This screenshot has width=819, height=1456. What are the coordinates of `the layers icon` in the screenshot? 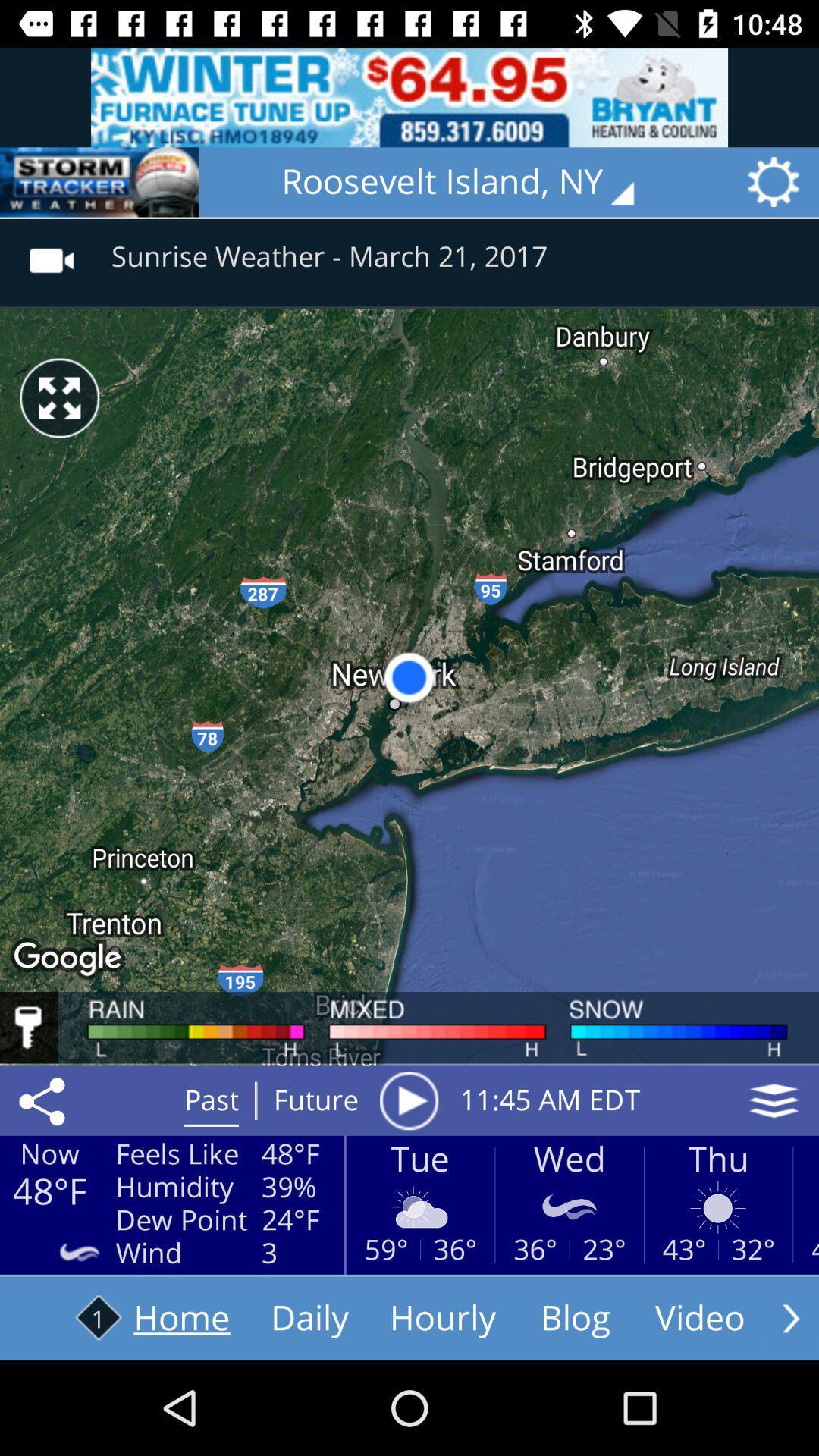 It's located at (773, 1100).